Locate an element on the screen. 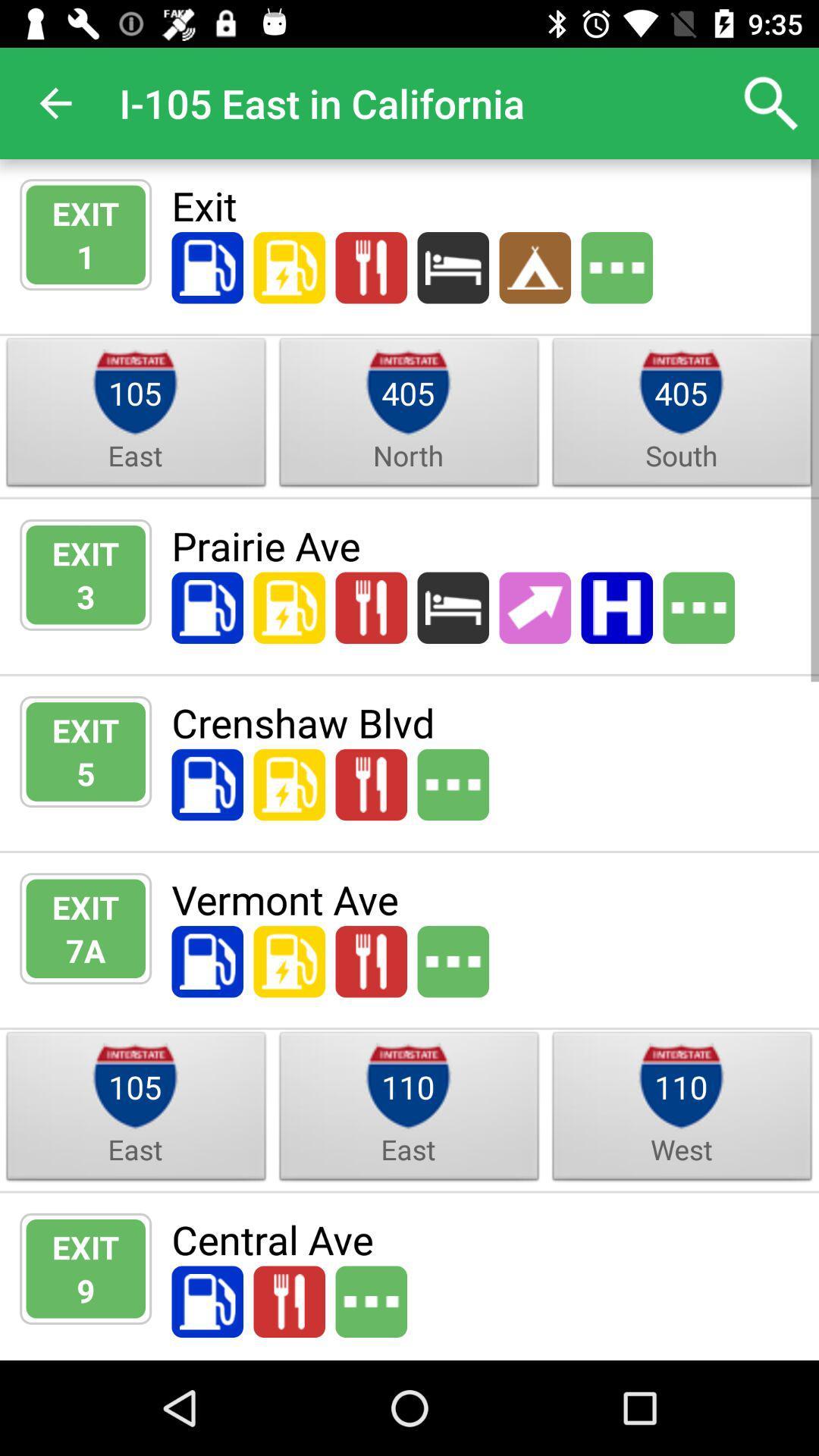  item next to exit is located at coordinates (86, 256).